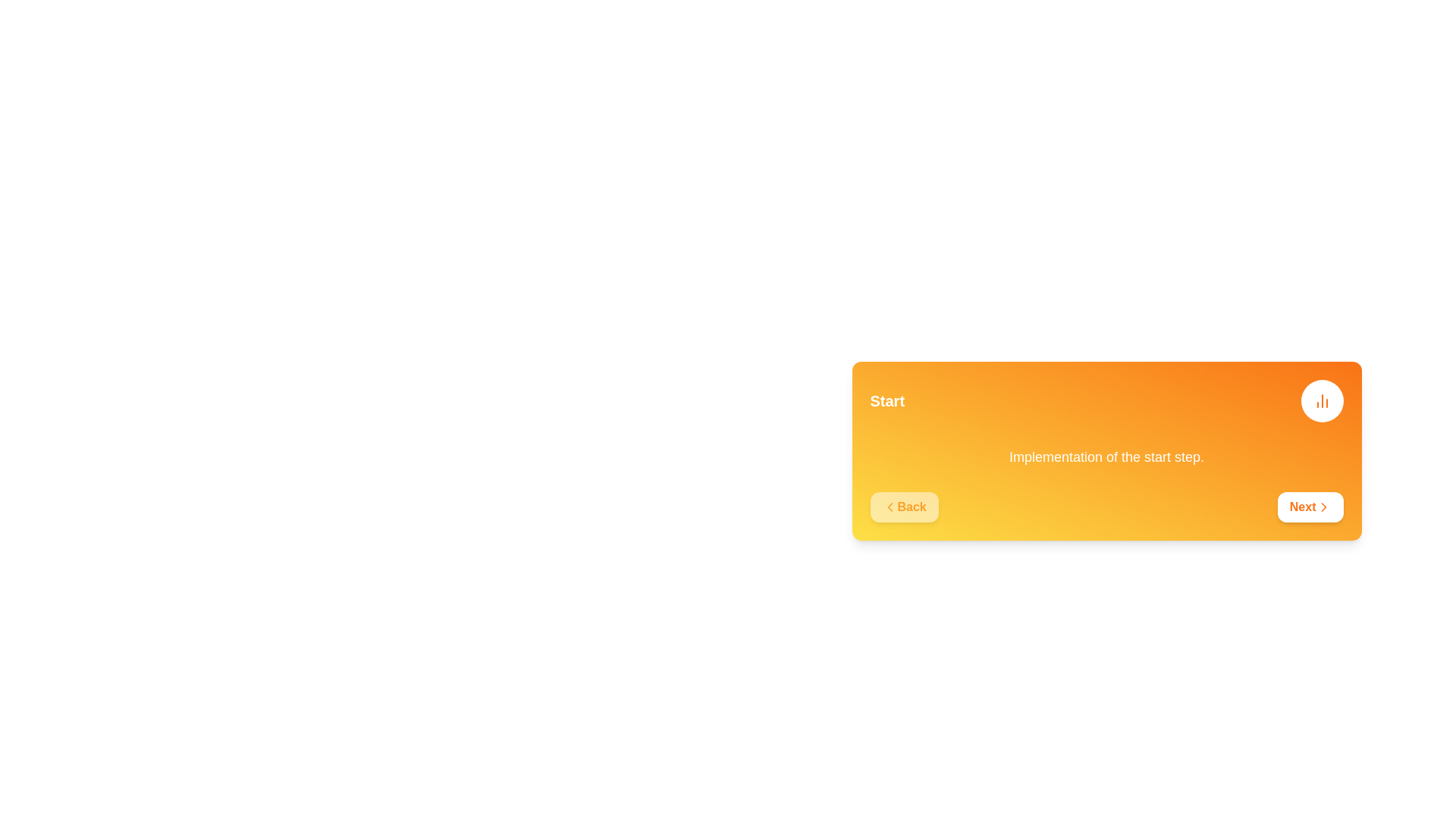 The height and width of the screenshot is (819, 1456). I want to click on the chevron icon located at the bottom-right corner of the orange card interface, so click(1323, 507).